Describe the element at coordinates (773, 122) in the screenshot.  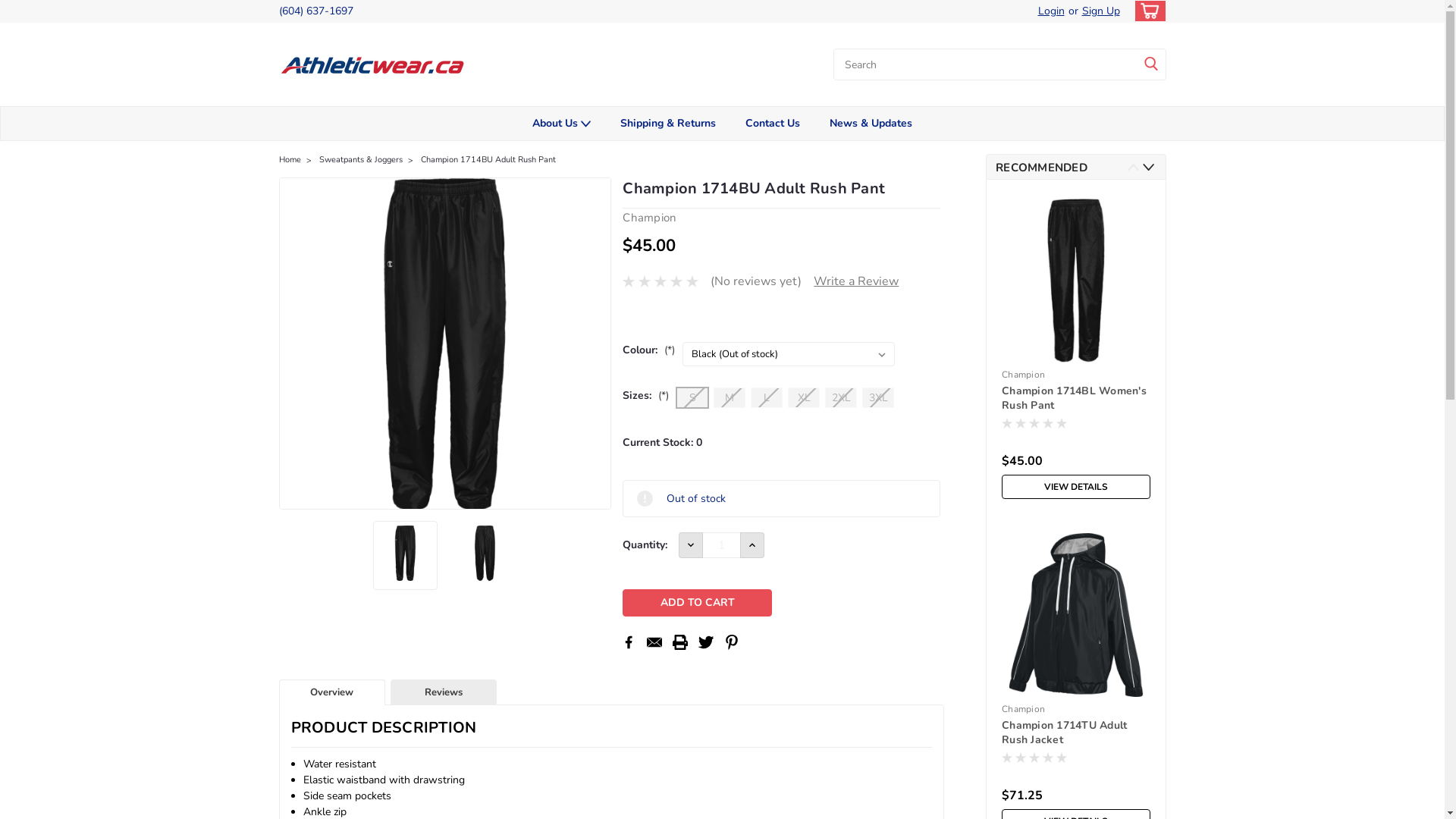
I see `'Contact Us'` at that location.